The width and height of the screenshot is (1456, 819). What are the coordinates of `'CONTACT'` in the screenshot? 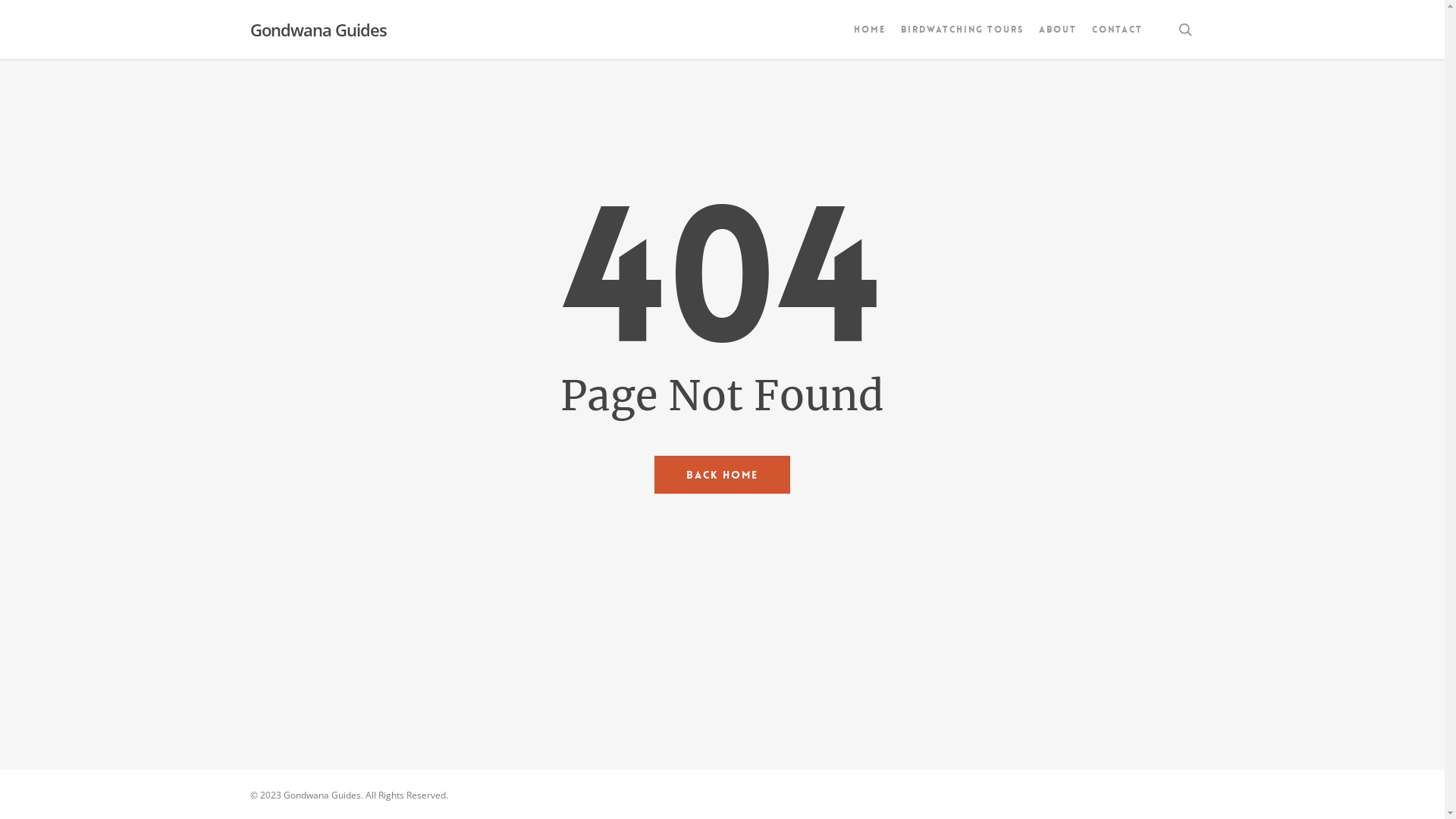 It's located at (1117, 29).